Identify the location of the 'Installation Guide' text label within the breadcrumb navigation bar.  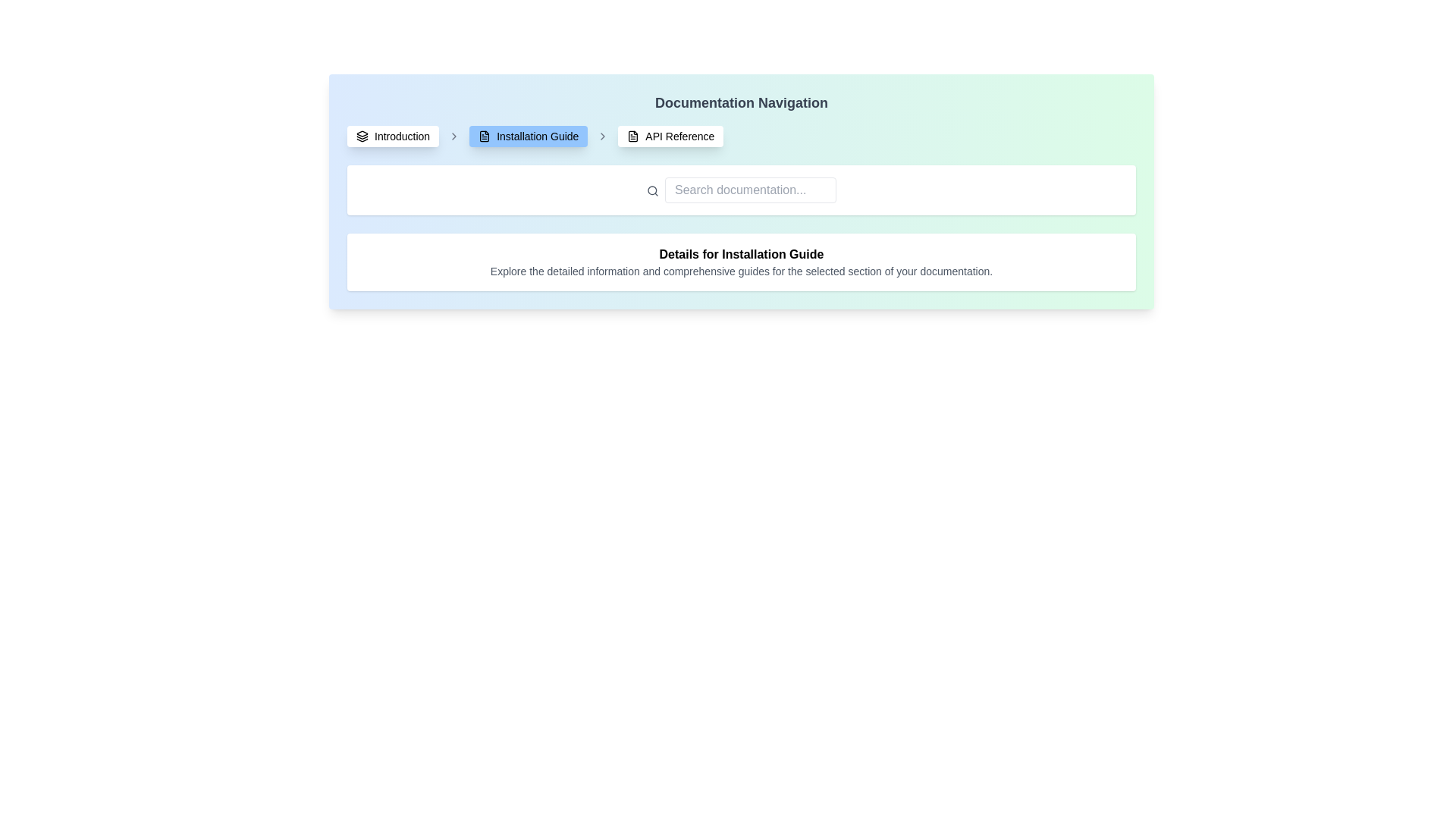
(538, 136).